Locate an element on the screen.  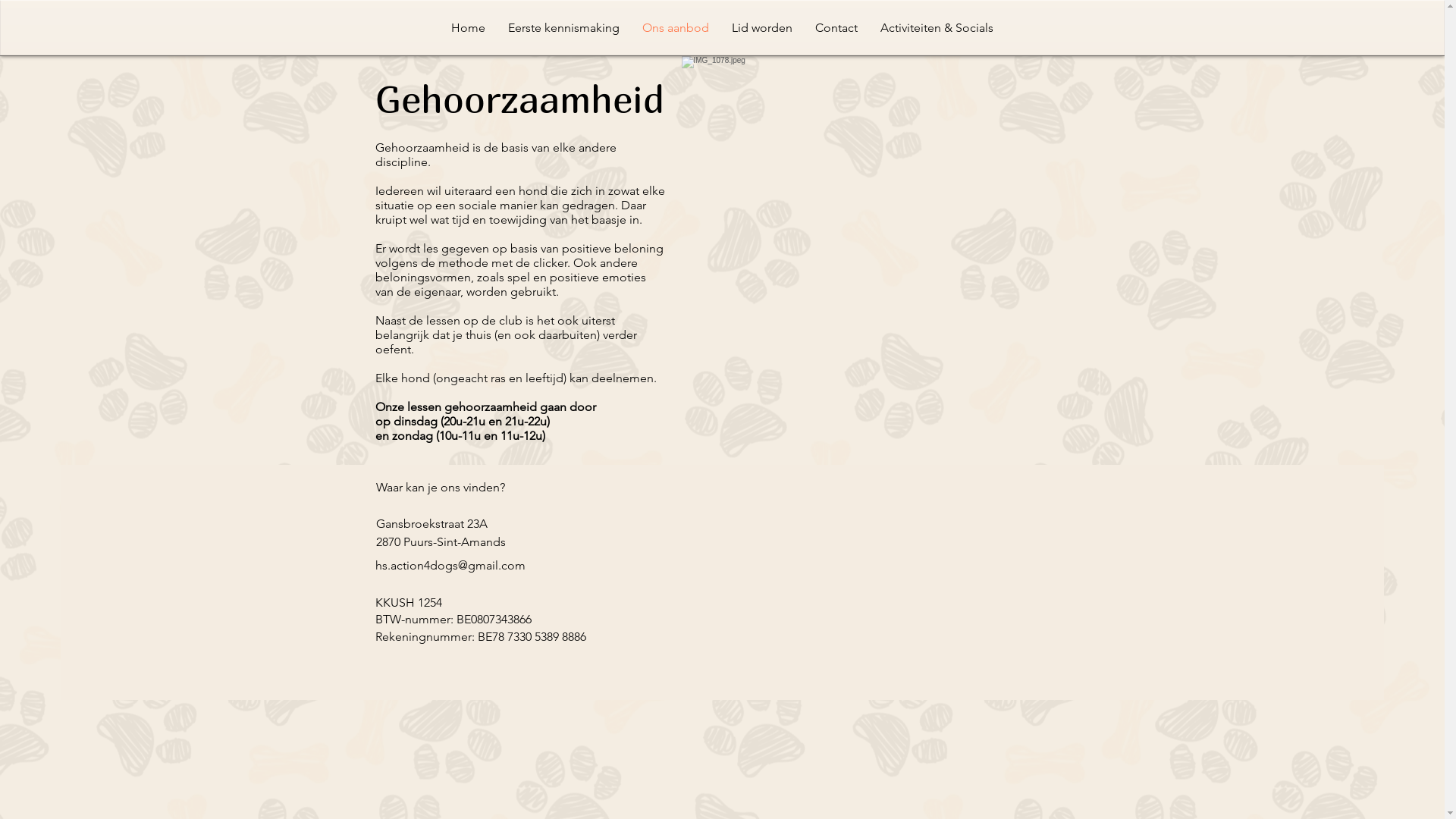
'Home' is located at coordinates (467, 28).